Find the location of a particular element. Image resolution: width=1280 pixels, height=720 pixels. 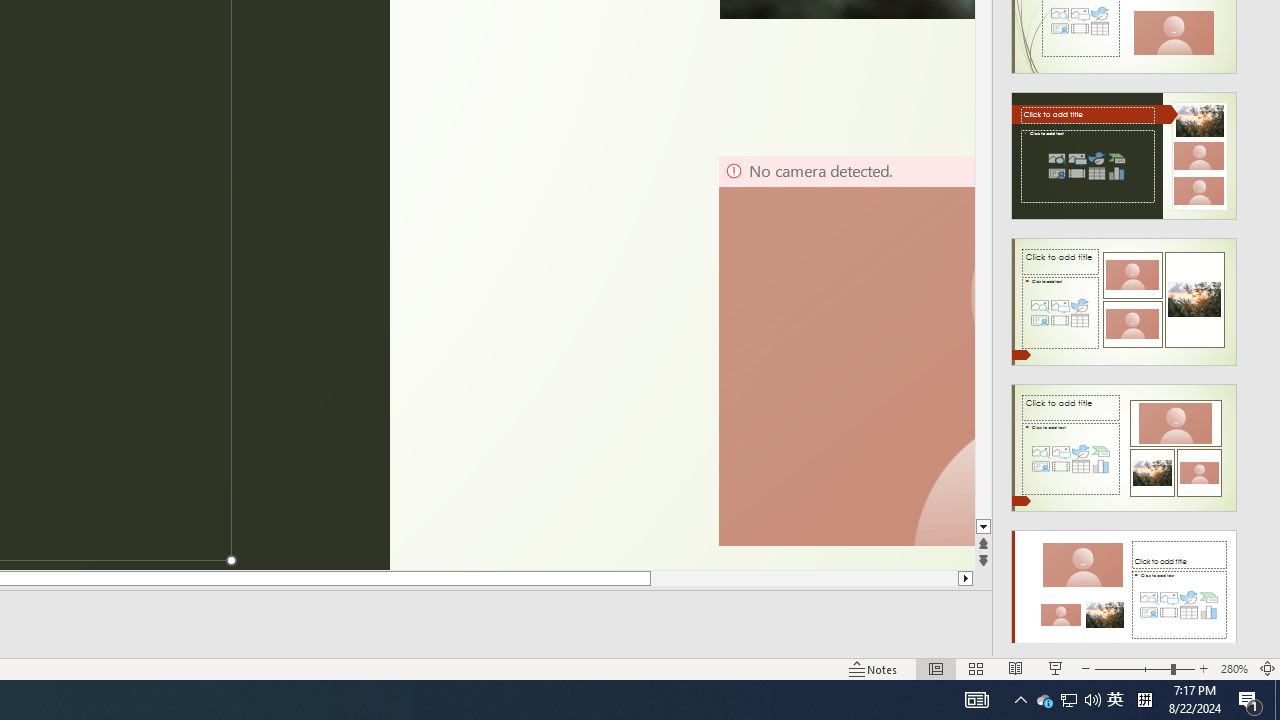

'Line down' is located at coordinates (983, 526).